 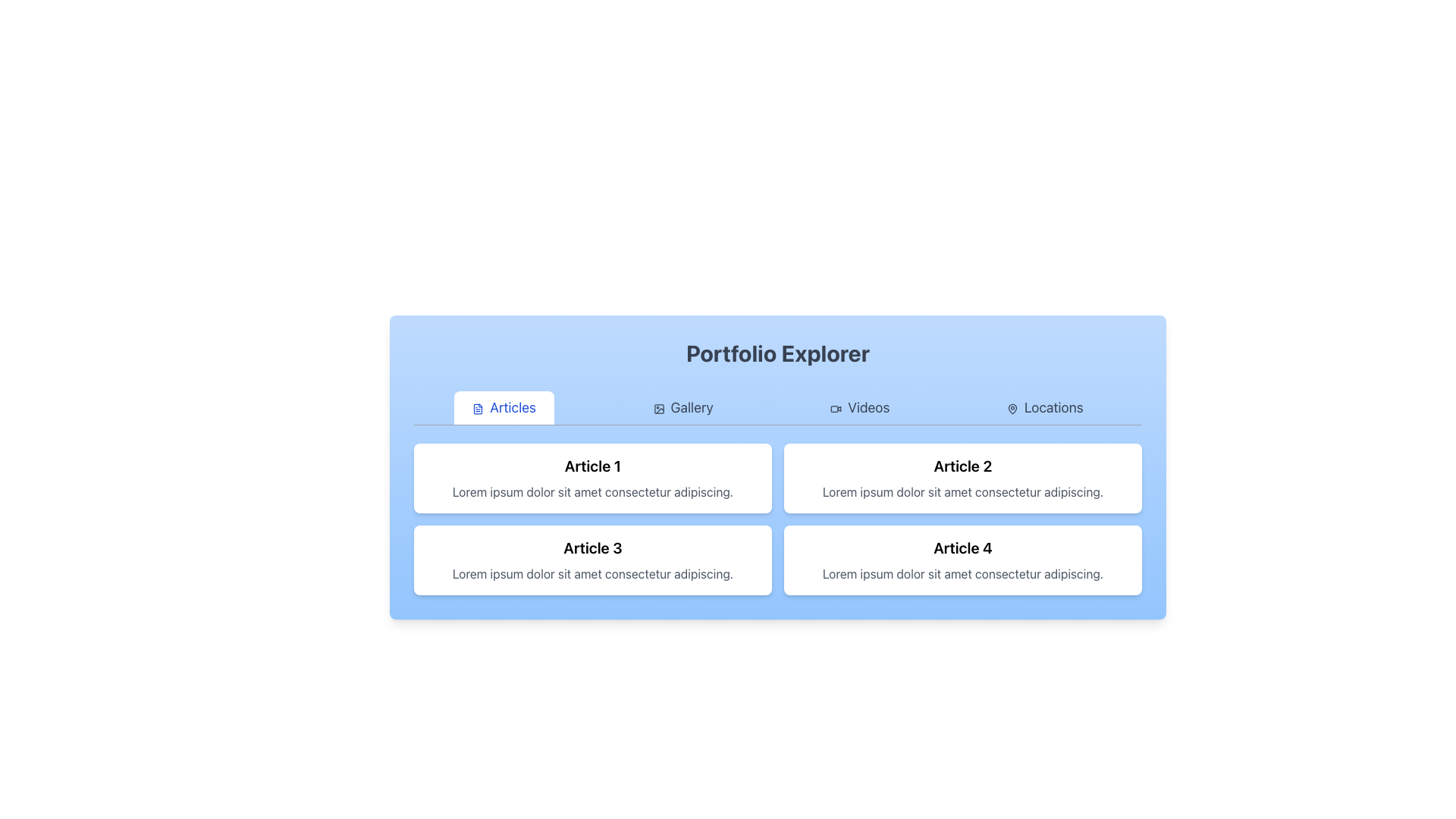 I want to click on the Card Component titled 'Article 1' which is a rectangular card with a white background and rounded corners located at the top-left corner of a grid layout, so click(x=592, y=479).